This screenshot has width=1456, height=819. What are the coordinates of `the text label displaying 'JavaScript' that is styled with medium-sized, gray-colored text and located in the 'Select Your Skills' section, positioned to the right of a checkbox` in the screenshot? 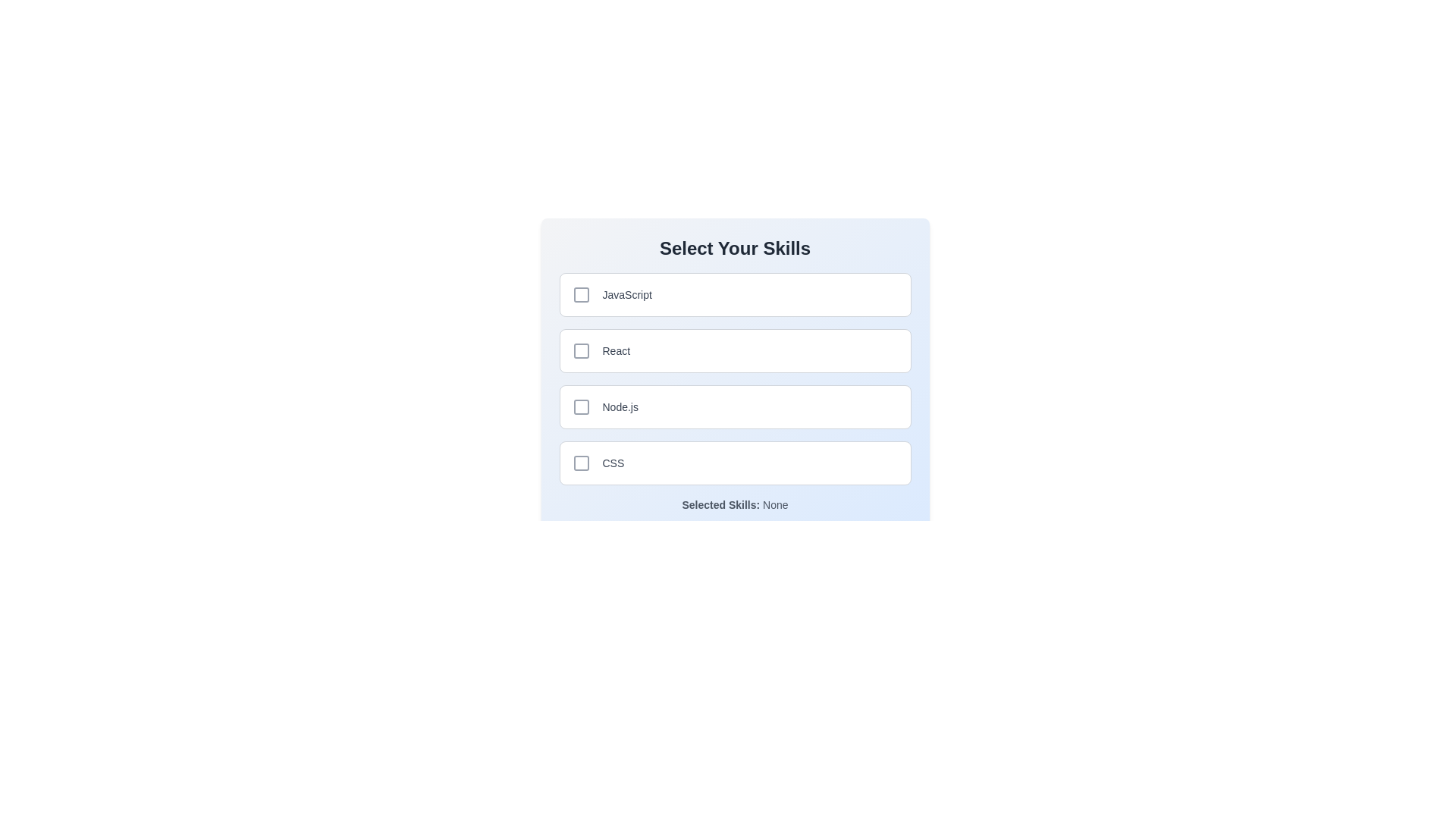 It's located at (627, 295).